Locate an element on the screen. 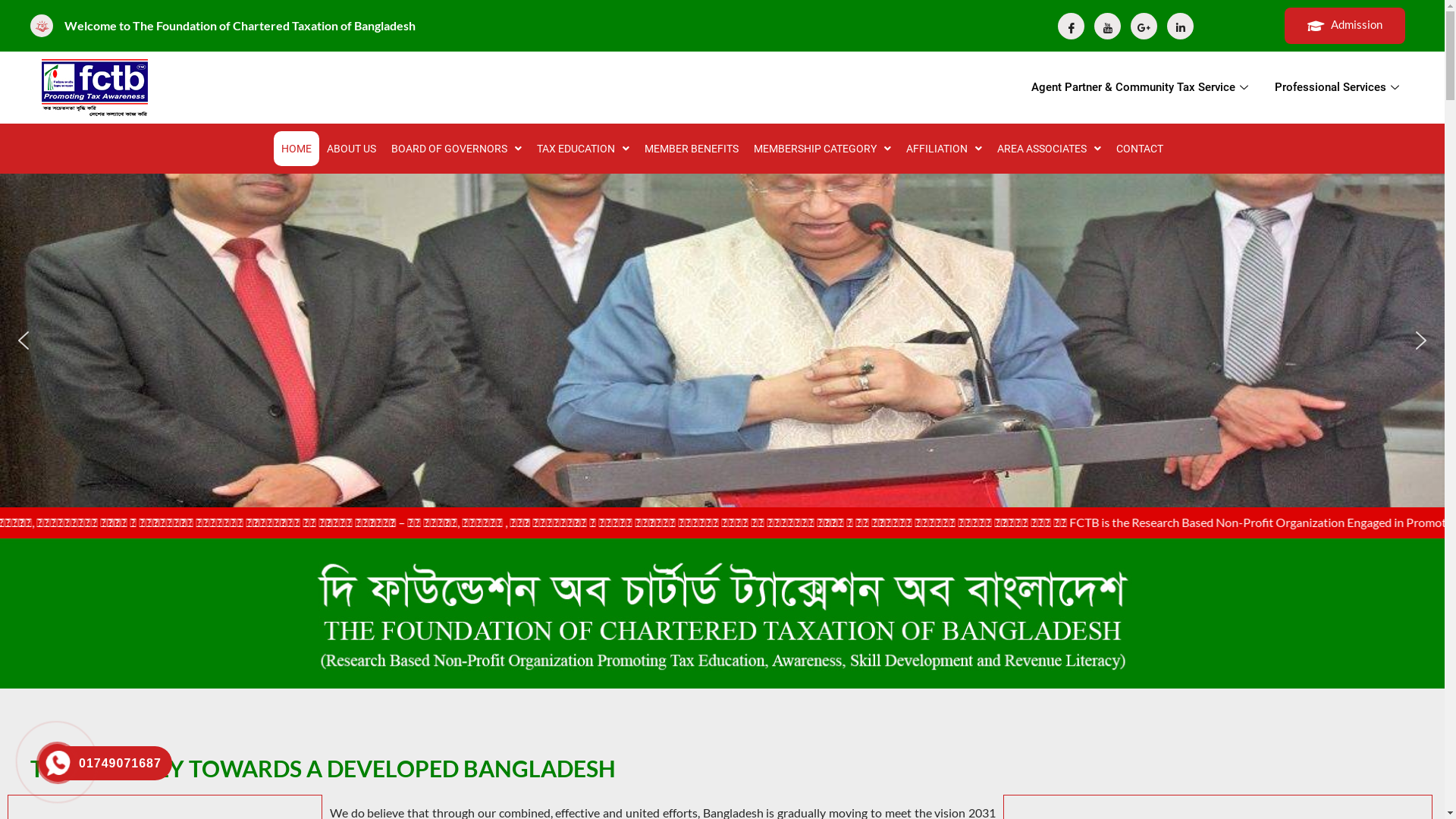 The width and height of the screenshot is (1456, 819). 'Agent Partner & Community Tax Service' is located at coordinates (1141, 87).